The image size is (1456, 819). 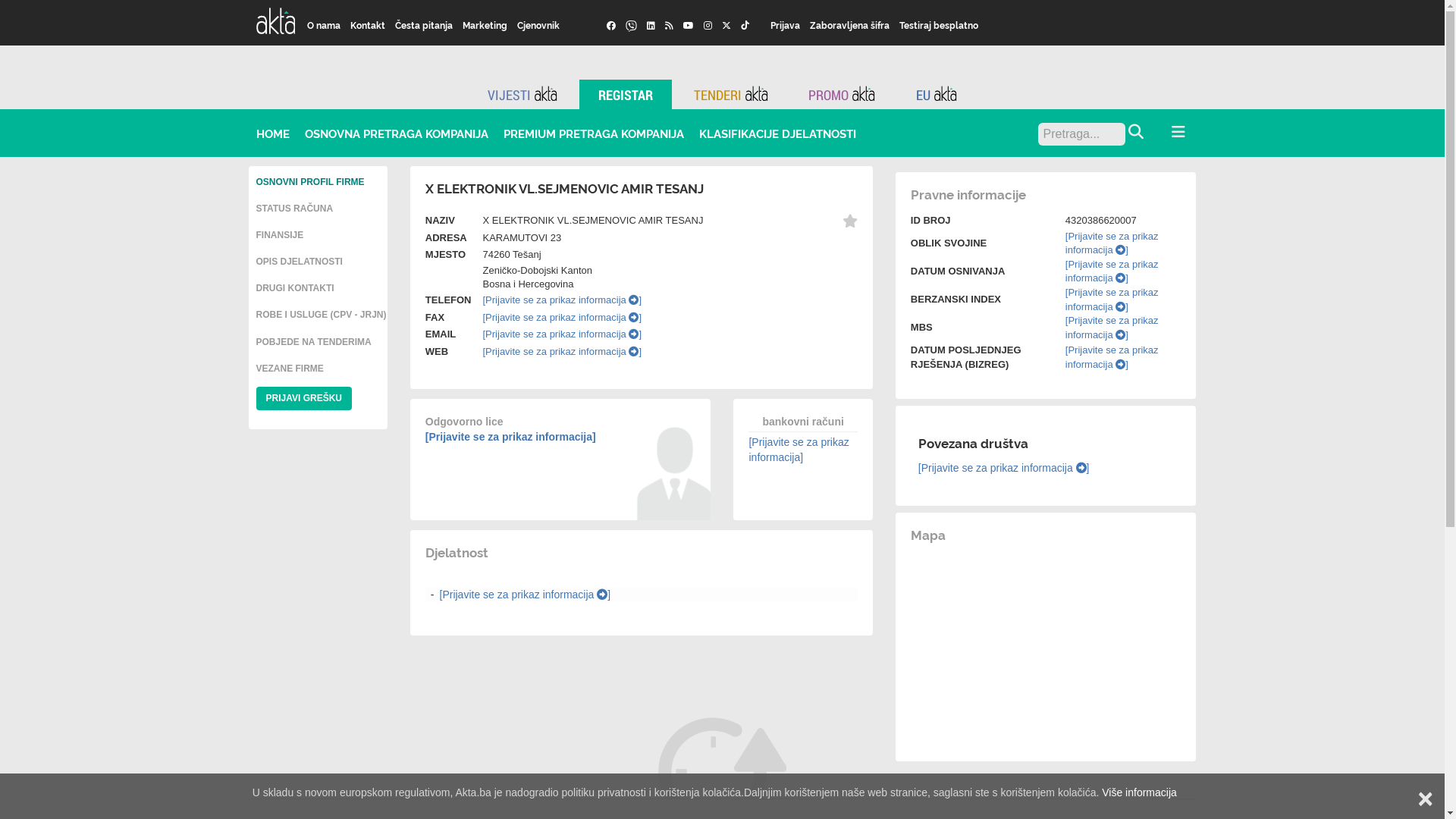 What do you see at coordinates (323, 25) in the screenshot?
I see `'O nama'` at bounding box center [323, 25].